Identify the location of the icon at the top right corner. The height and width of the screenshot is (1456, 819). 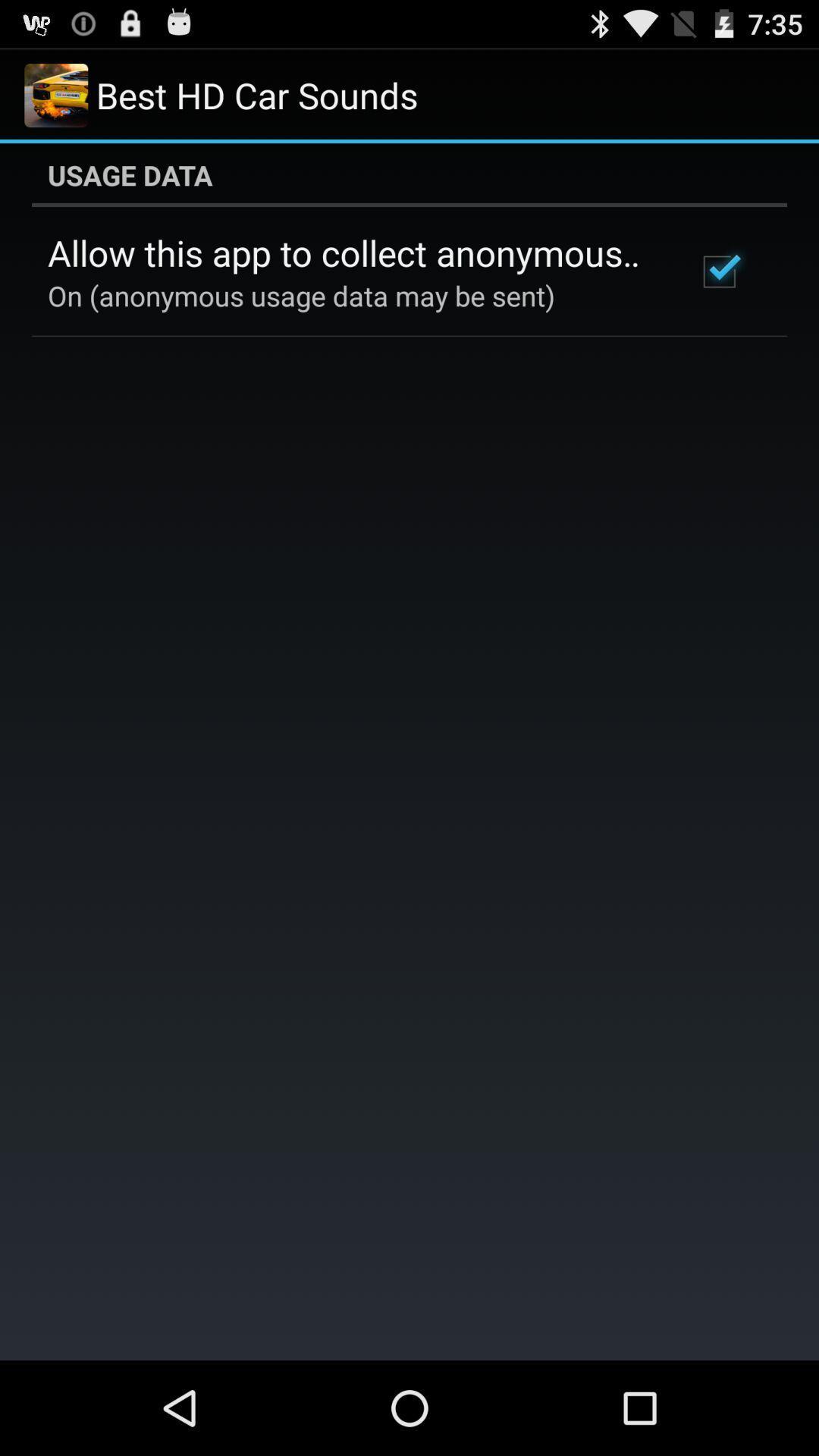
(718, 271).